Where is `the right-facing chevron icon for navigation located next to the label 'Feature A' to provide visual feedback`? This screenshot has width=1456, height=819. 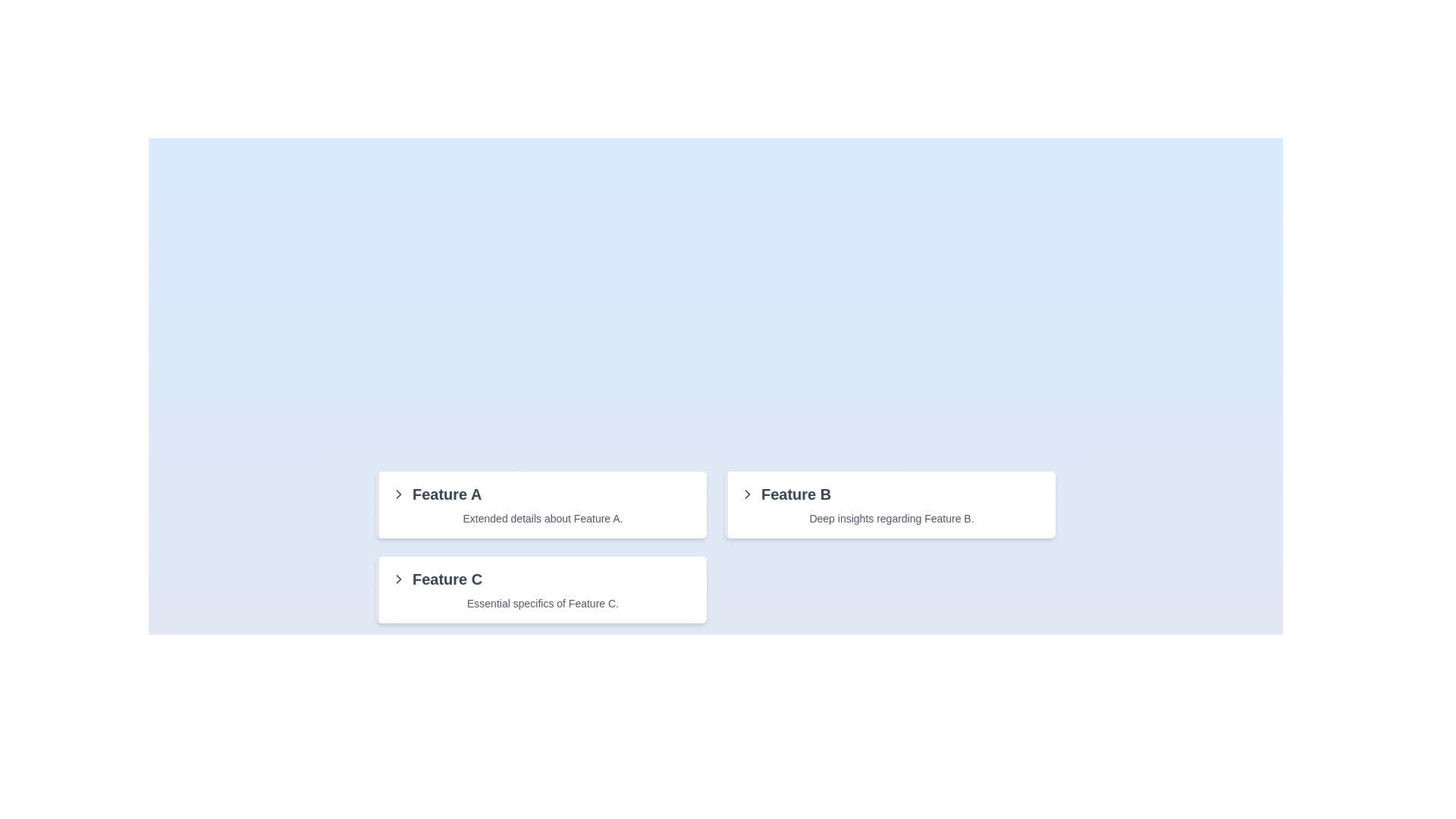
the right-facing chevron icon for navigation located next to the label 'Feature A' to provide visual feedback is located at coordinates (399, 579).